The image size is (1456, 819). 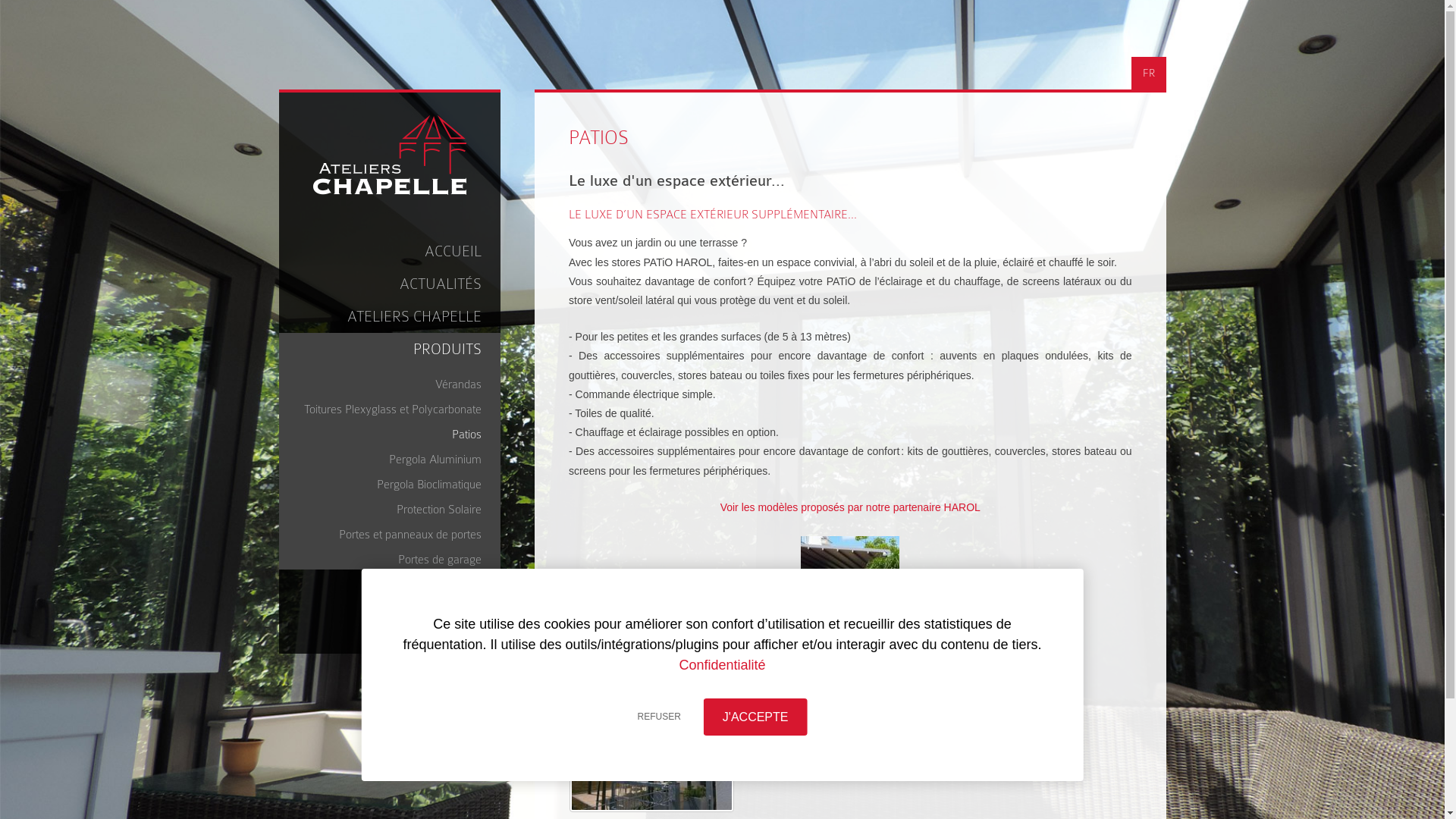 What do you see at coordinates (390, 155) in the screenshot?
I see `'Ateliers Chapelle'` at bounding box center [390, 155].